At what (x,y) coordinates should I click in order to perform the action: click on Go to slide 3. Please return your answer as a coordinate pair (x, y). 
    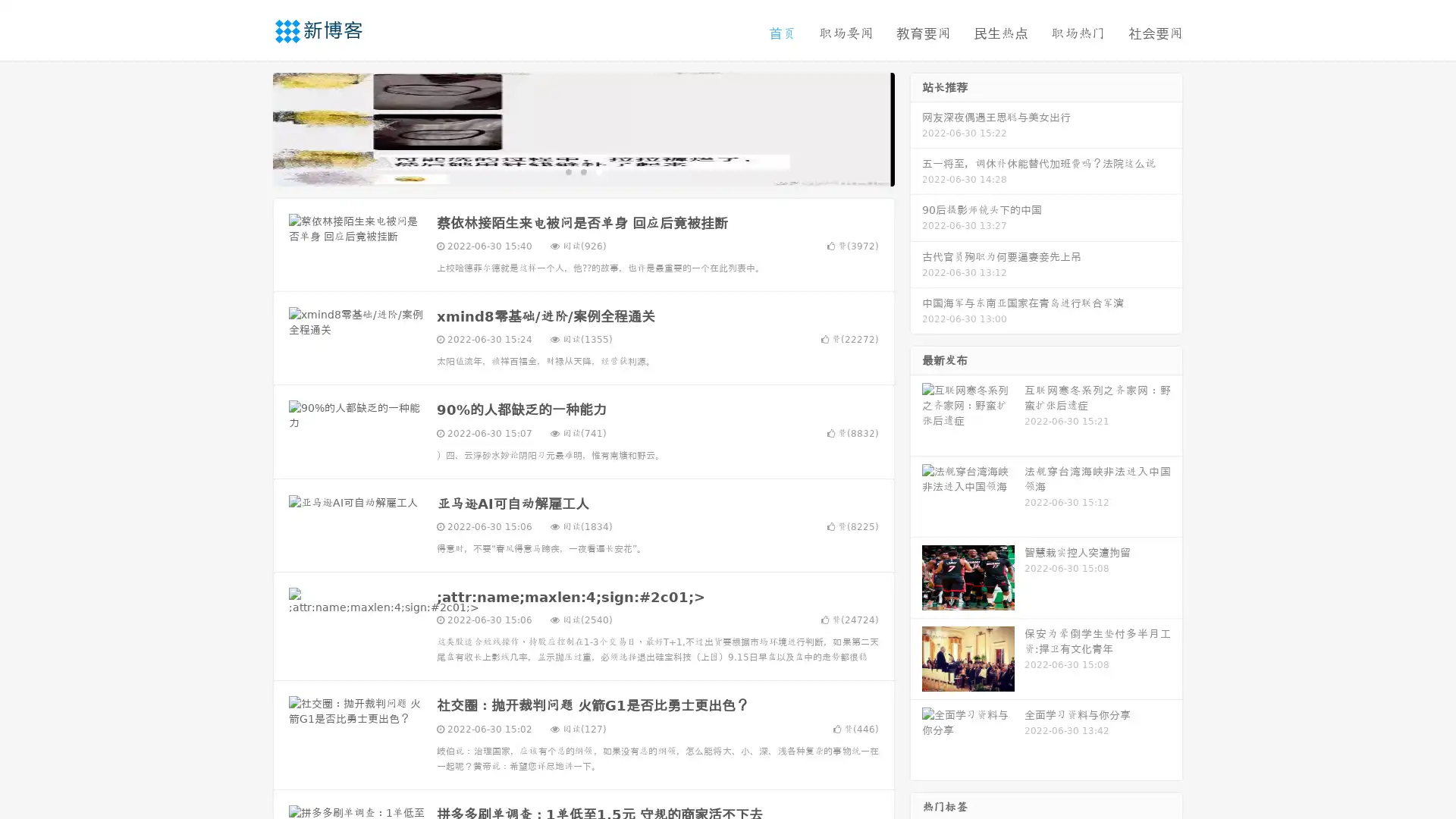
    Looking at the image, I should click on (598, 171).